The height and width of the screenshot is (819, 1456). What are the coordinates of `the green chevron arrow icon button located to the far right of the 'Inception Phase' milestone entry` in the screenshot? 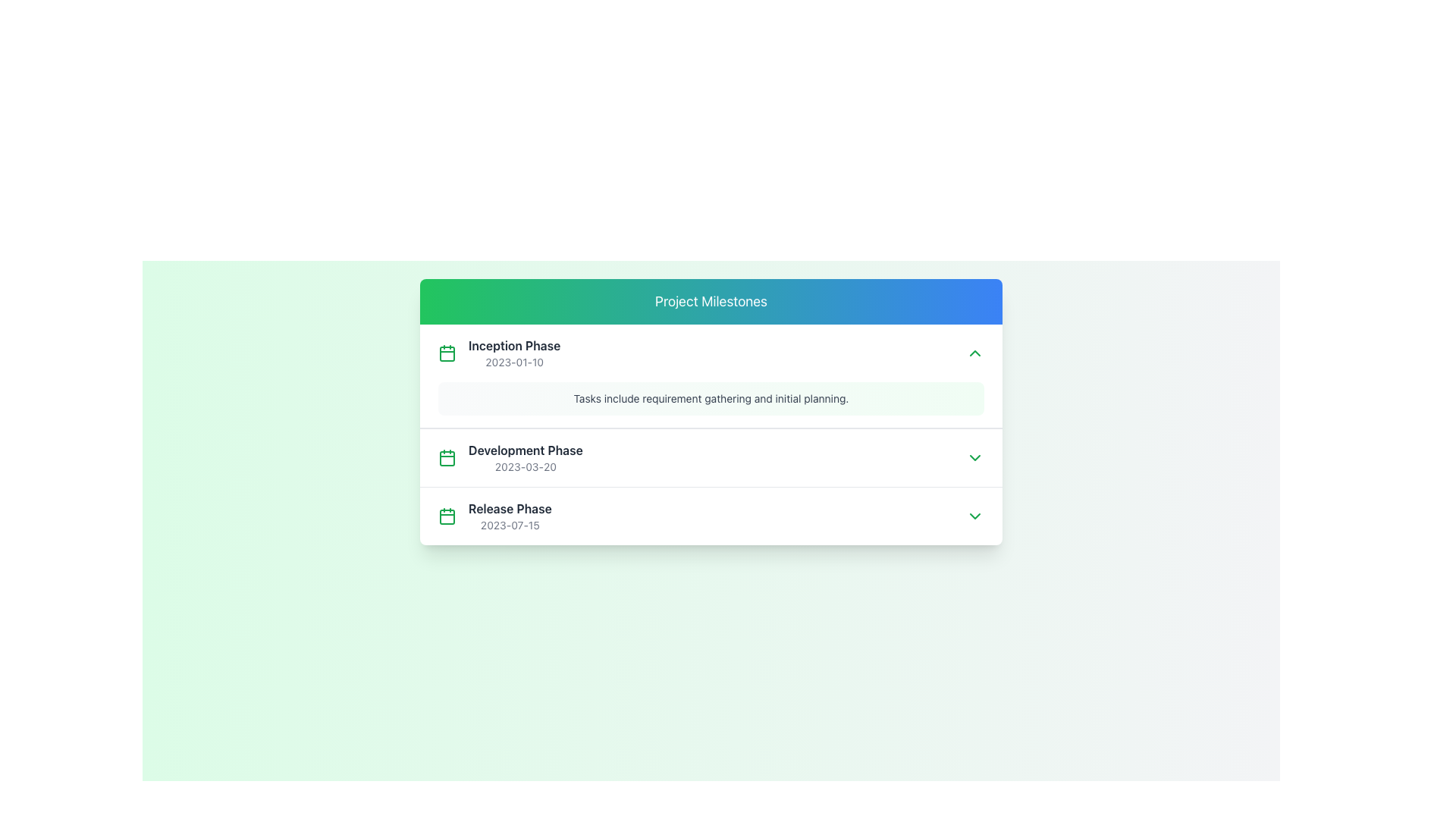 It's located at (975, 353).